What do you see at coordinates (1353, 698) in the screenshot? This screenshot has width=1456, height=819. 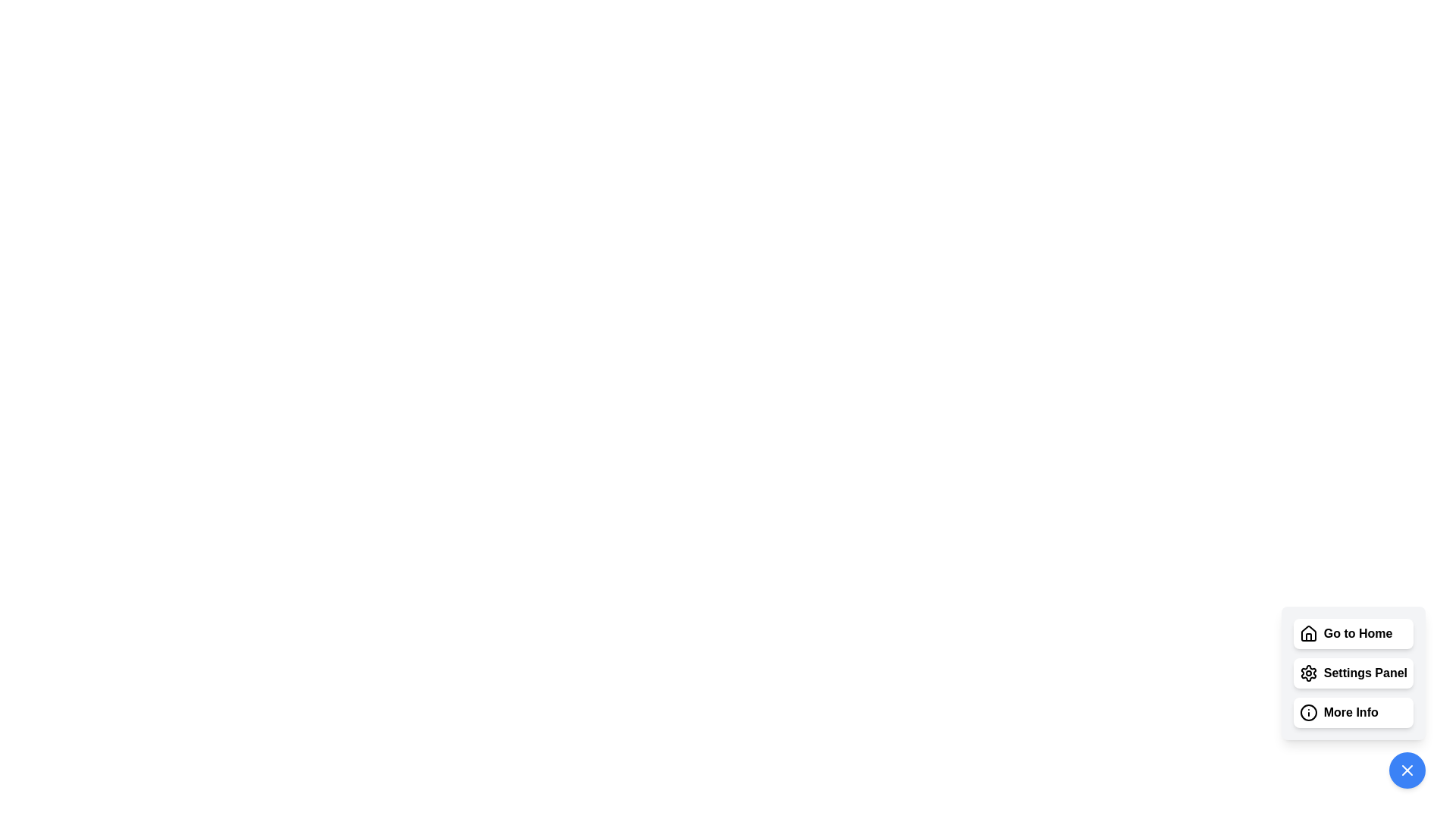 I see `the 'More Info' button located at the bottom right of the page` at bounding box center [1353, 698].